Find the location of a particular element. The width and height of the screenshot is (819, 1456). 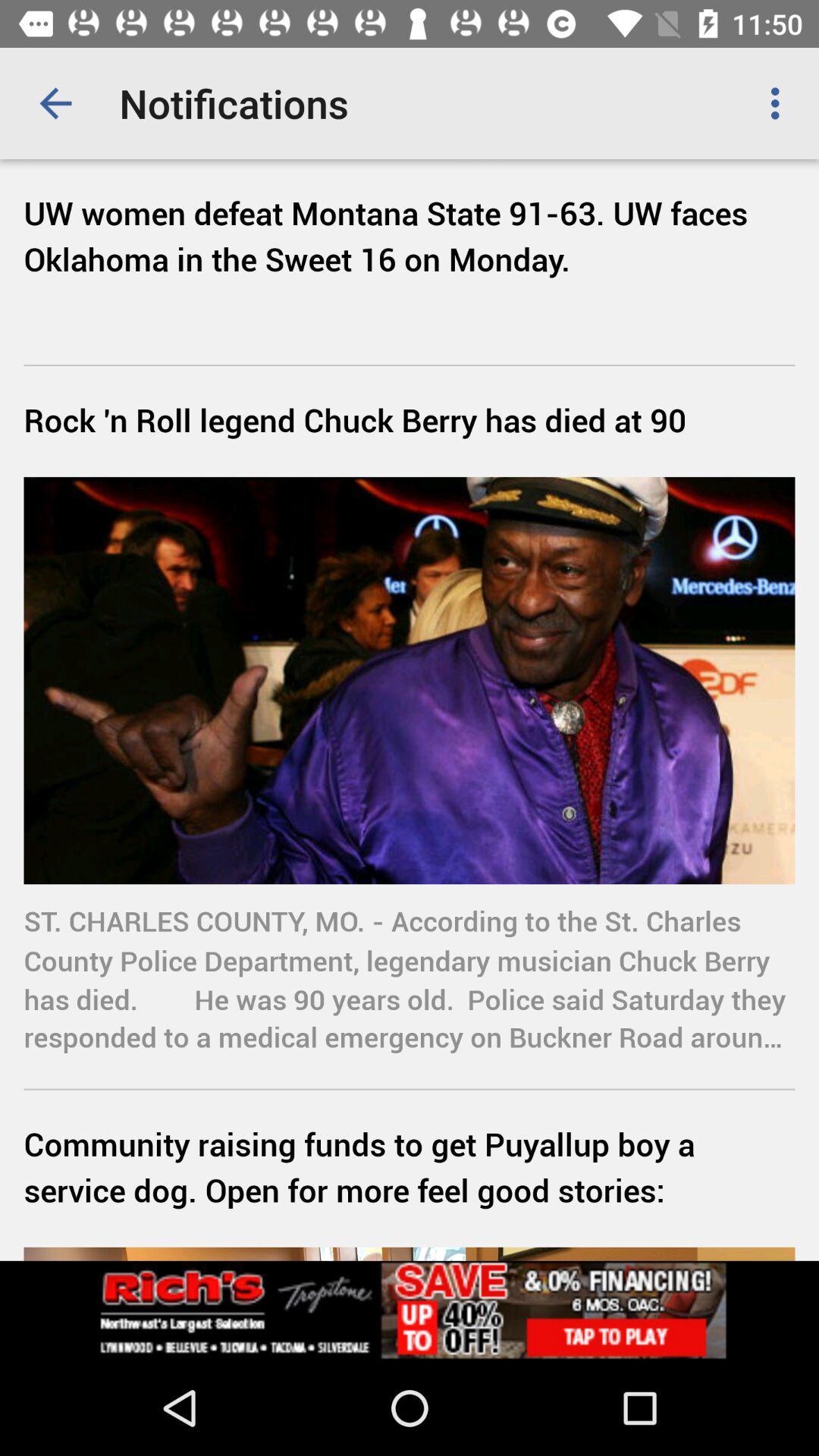

advertisement is located at coordinates (409, 1310).